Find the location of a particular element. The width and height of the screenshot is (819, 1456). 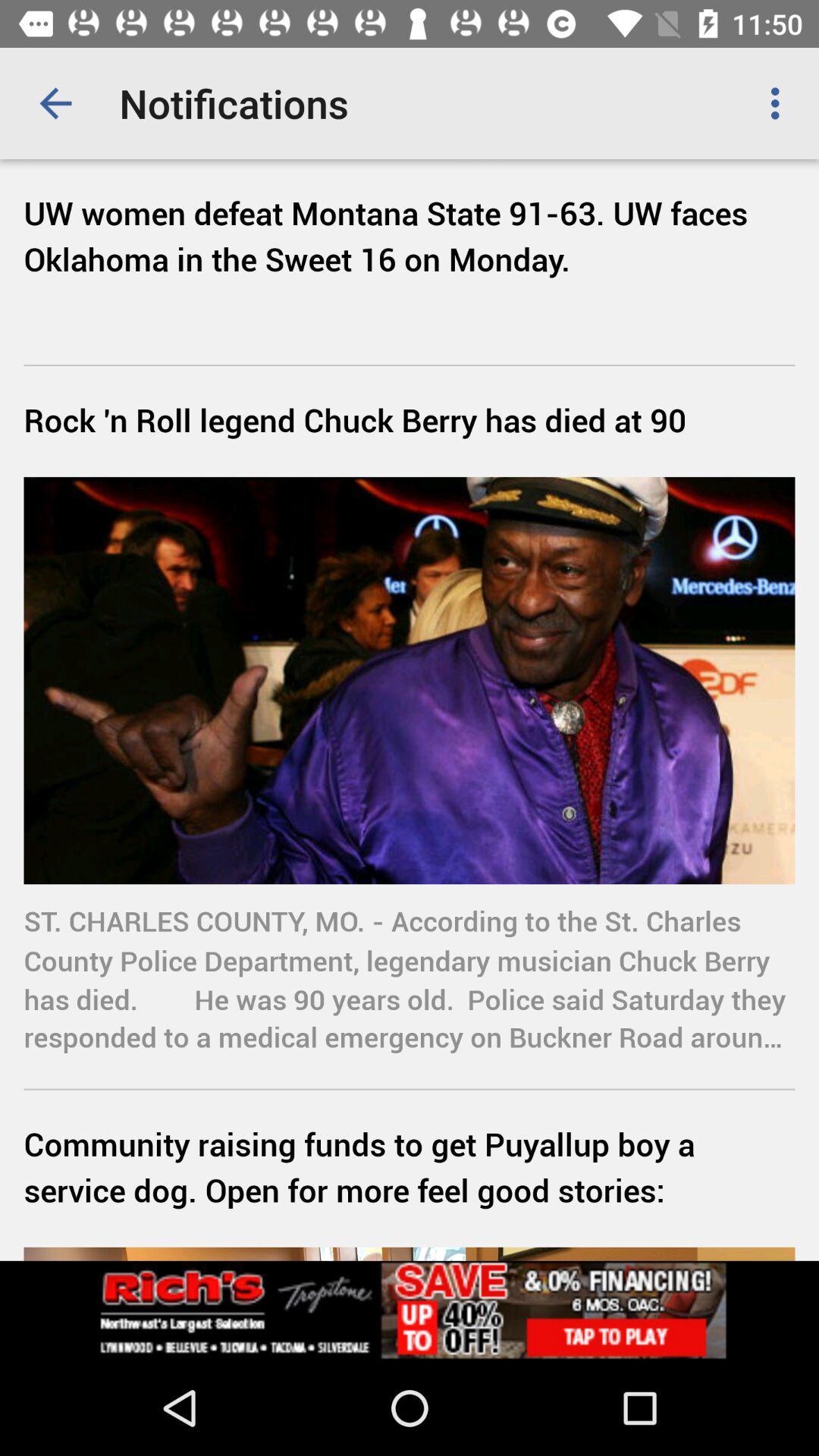

advertisement is located at coordinates (409, 1310).